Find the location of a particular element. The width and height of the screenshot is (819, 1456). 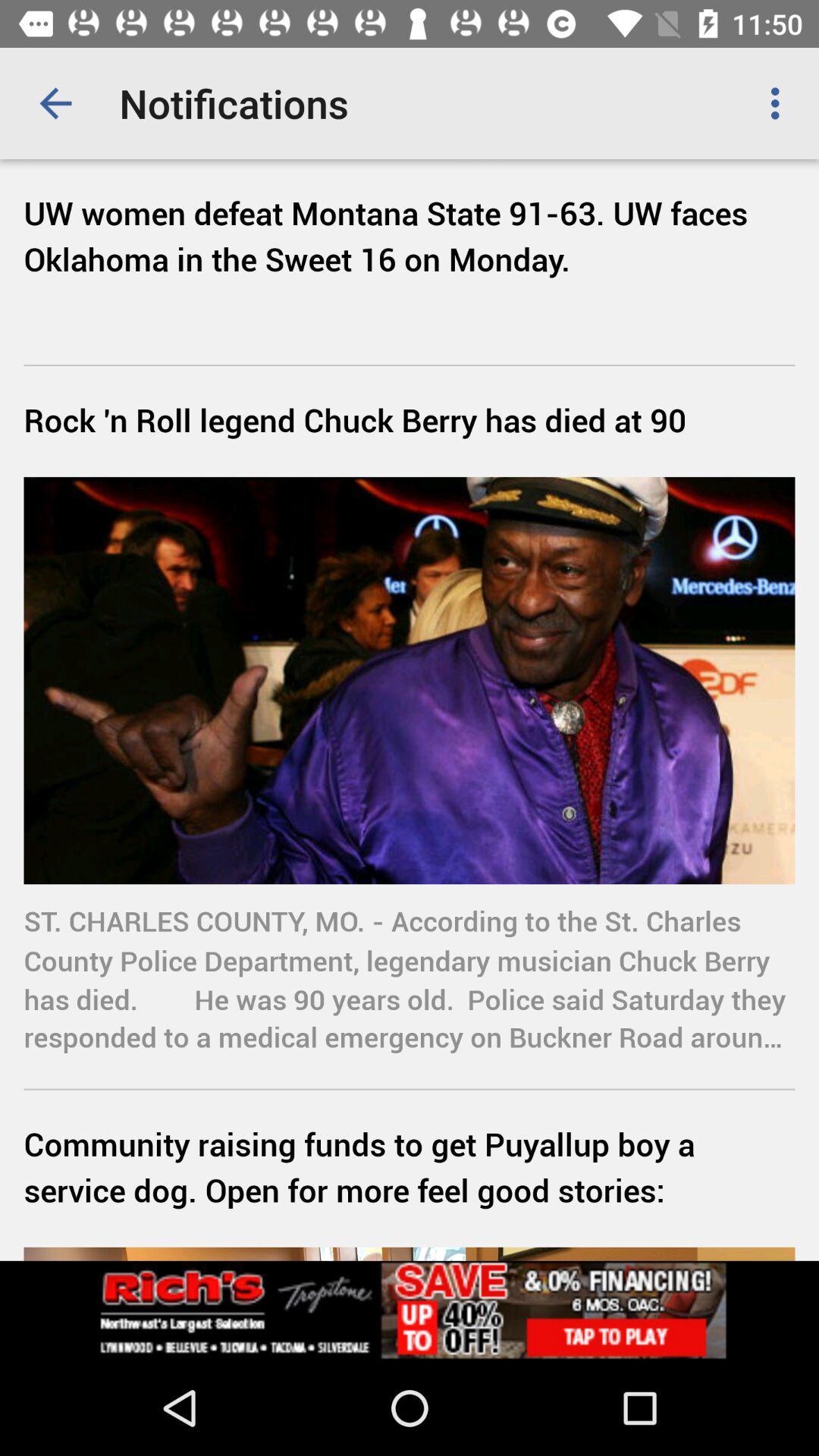

advertisement is located at coordinates (409, 1310).